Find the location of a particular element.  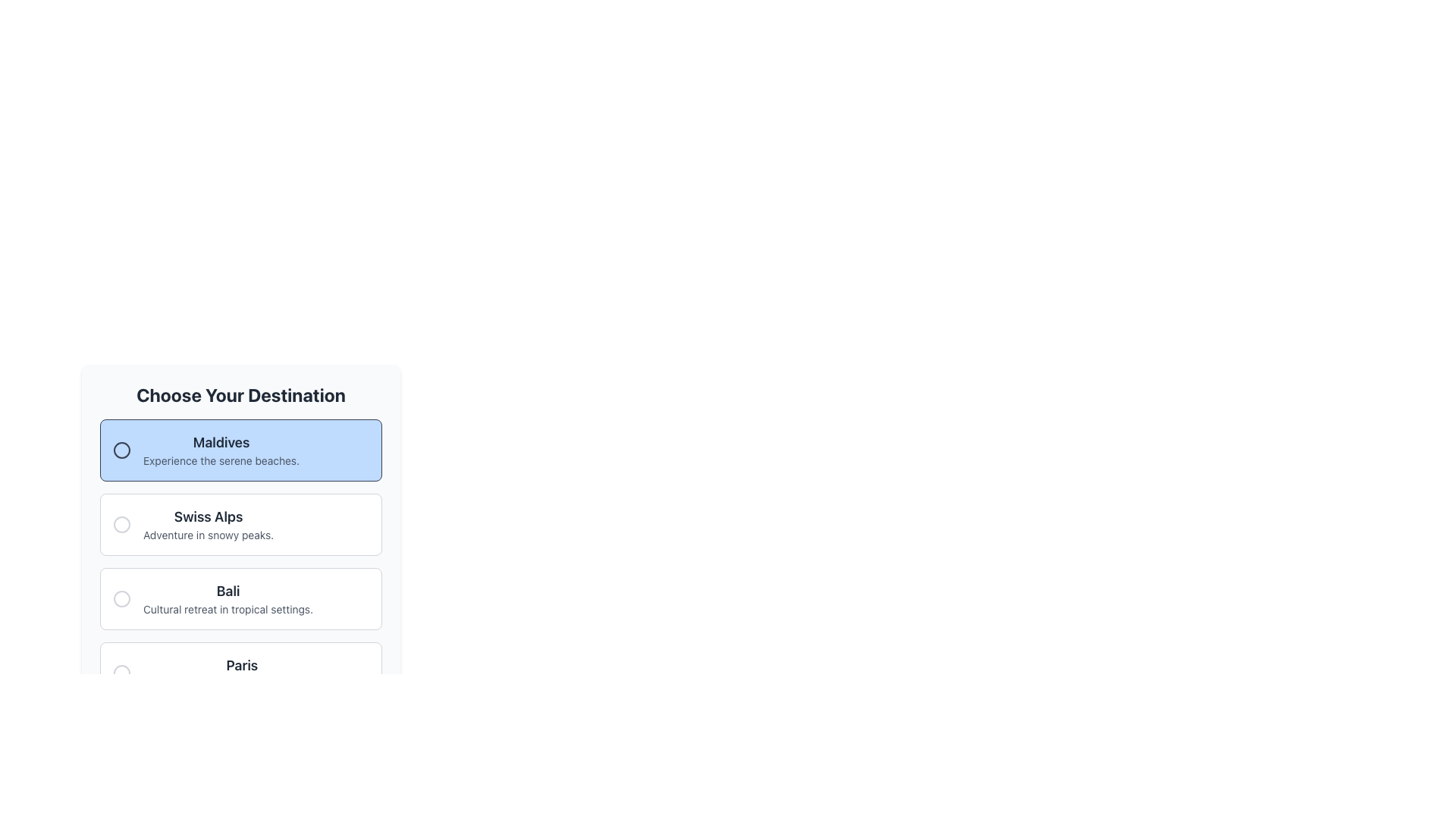

the text description element that provides information about the destination 'Swiss Alps', located directly below the 'Swiss Alps' text in a vertically stacked list of selectable destination options is located at coordinates (208, 534).